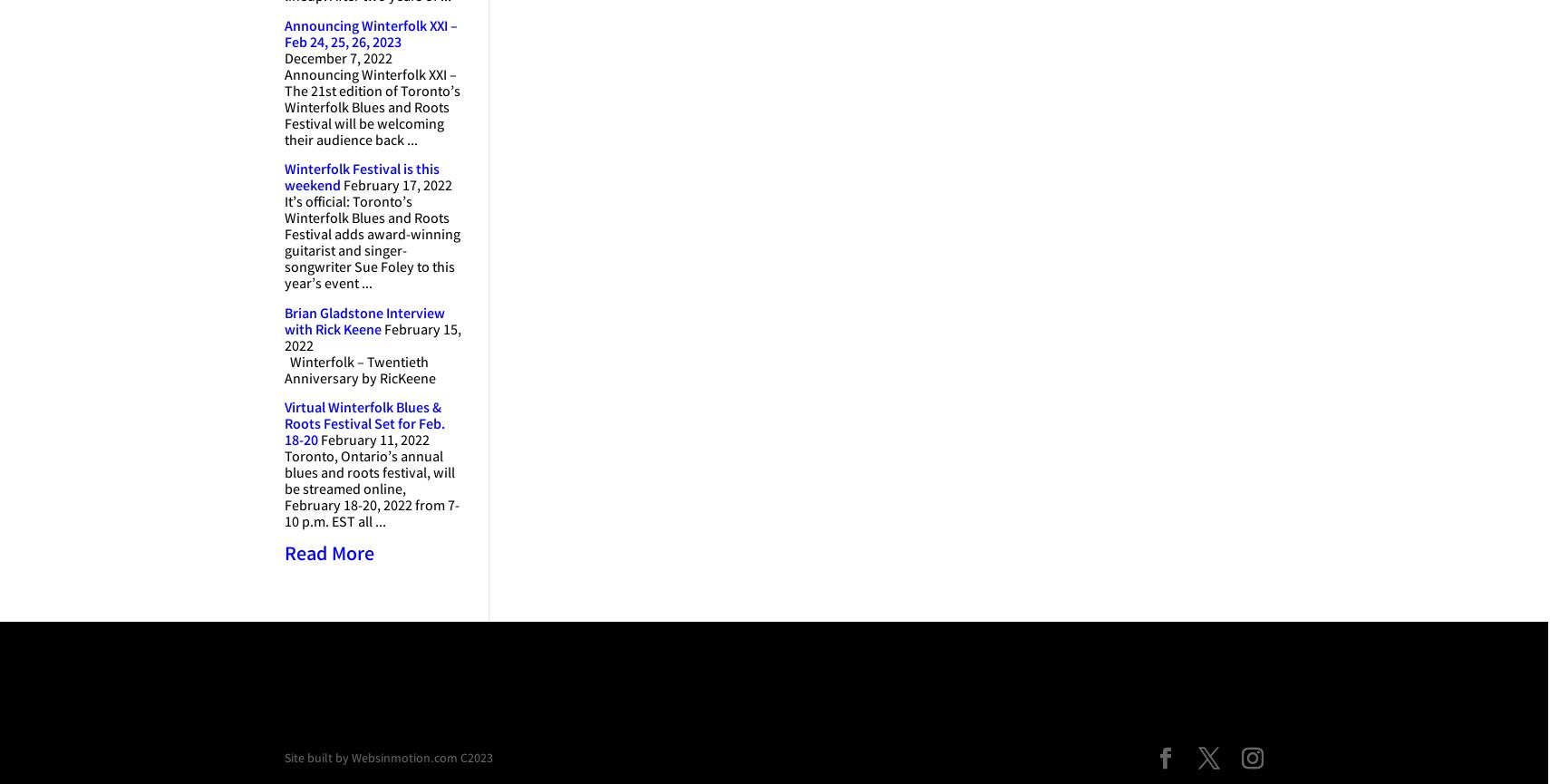  What do you see at coordinates (363, 322) in the screenshot?
I see `'Brian Gladstone Interview with Rick Keene'` at bounding box center [363, 322].